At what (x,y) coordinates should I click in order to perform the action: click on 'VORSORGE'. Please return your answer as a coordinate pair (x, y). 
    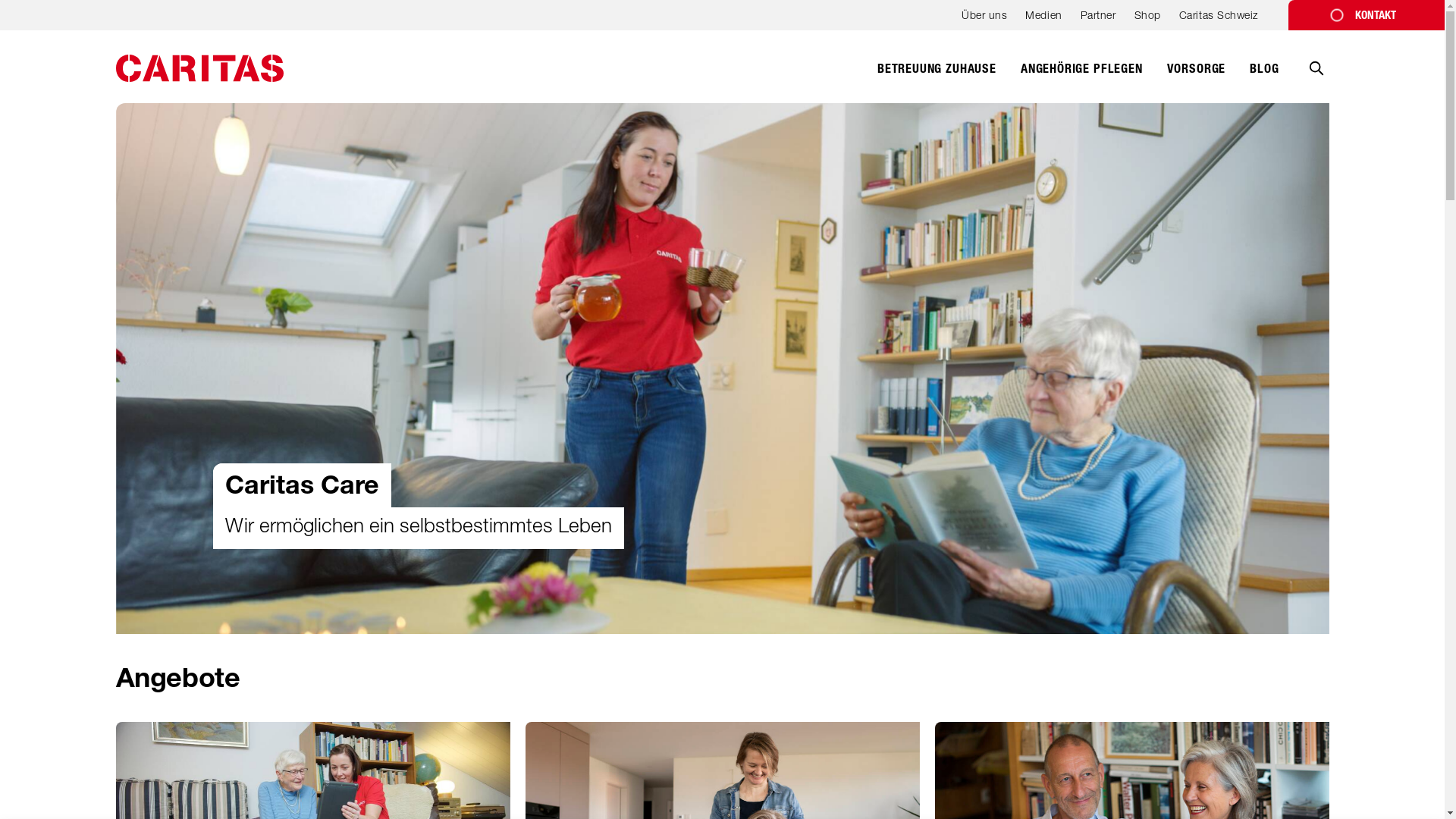
    Looking at the image, I should click on (1166, 77).